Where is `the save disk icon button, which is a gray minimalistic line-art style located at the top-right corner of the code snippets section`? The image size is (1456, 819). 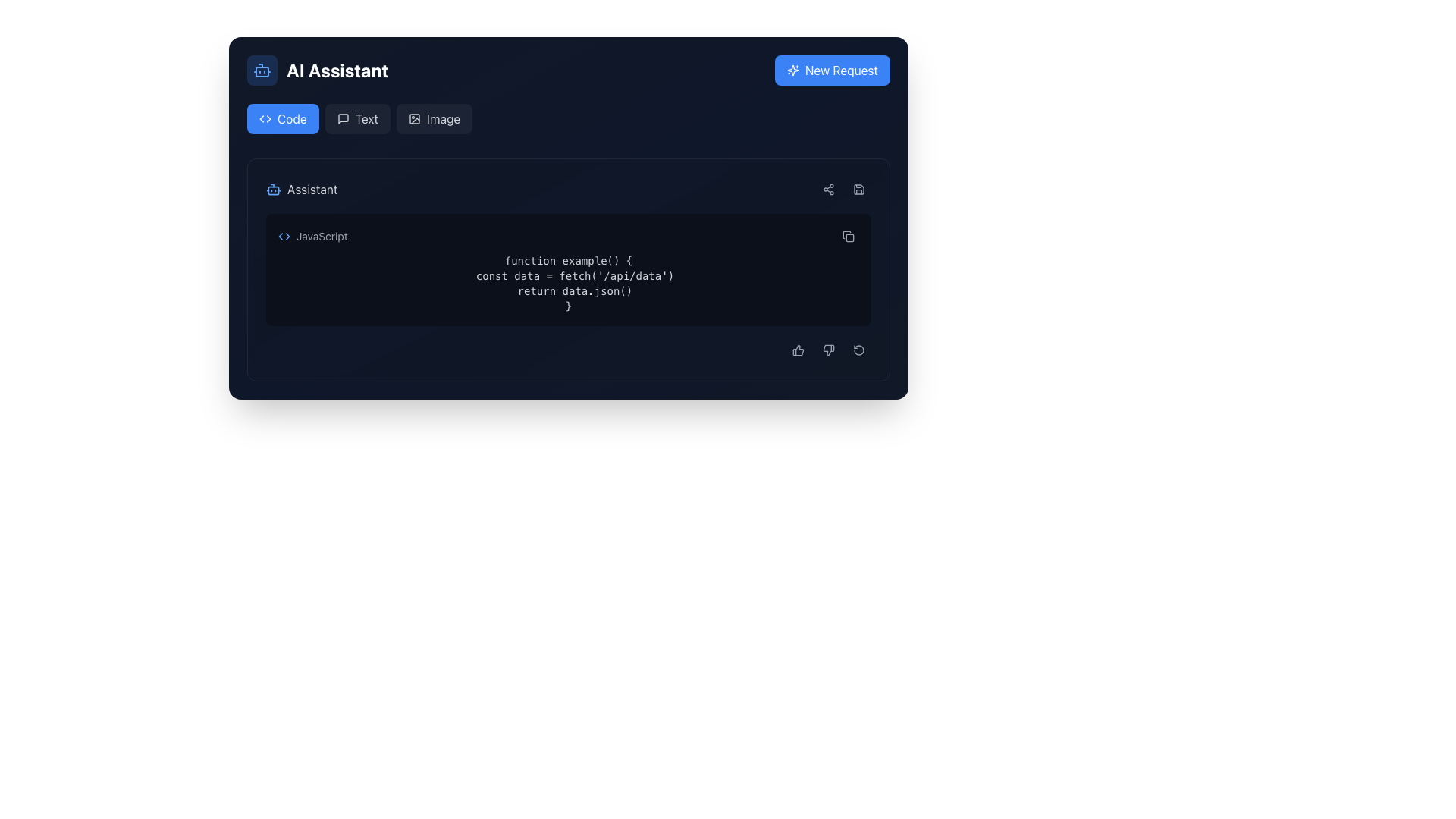
the save disk icon button, which is a gray minimalistic line-art style located at the top-right corner of the code snippets section is located at coordinates (858, 189).